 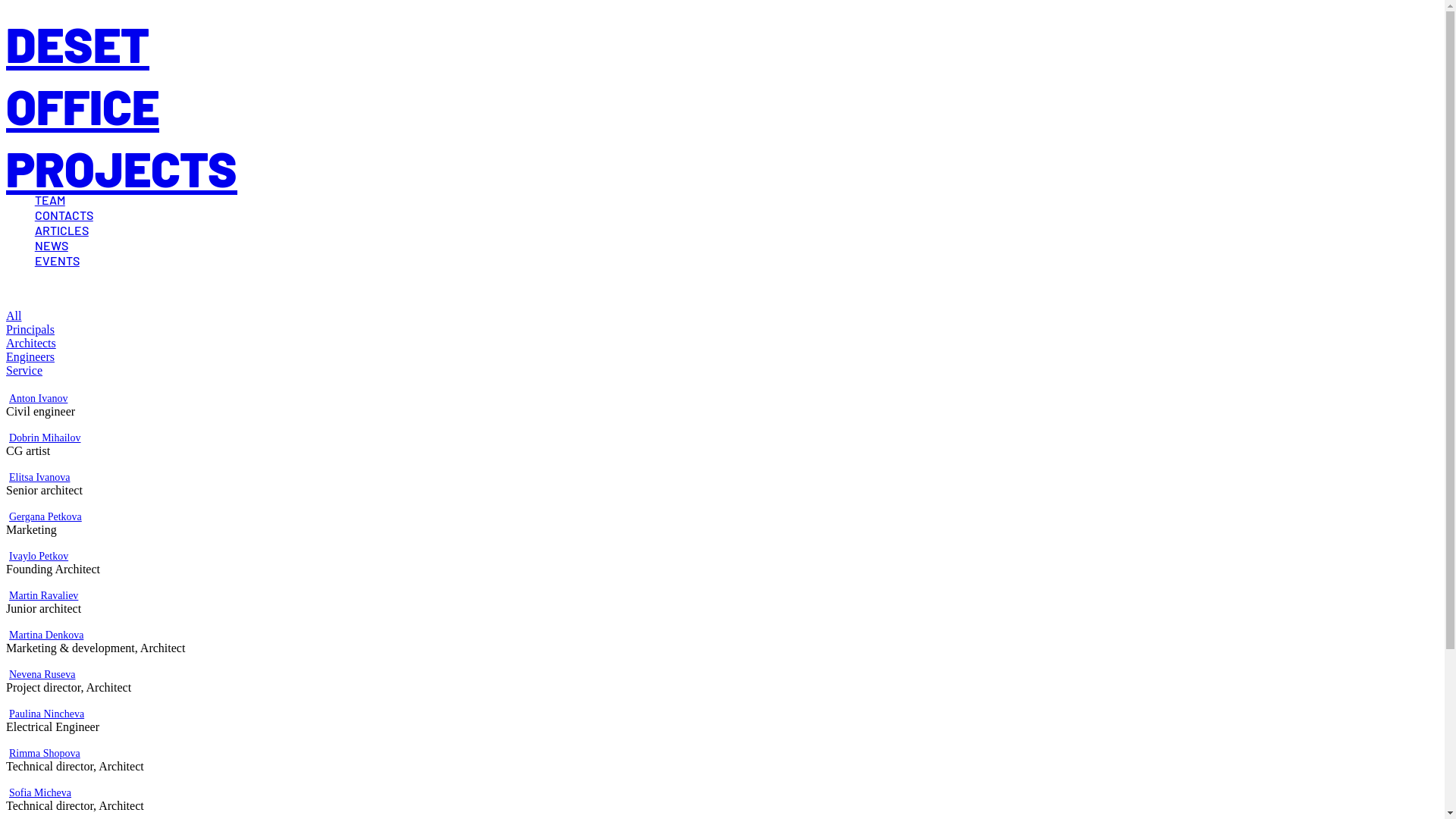 What do you see at coordinates (39, 556) in the screenshot?
I see `'Ivaylo Petkov'` at bounding box center [39, 556].